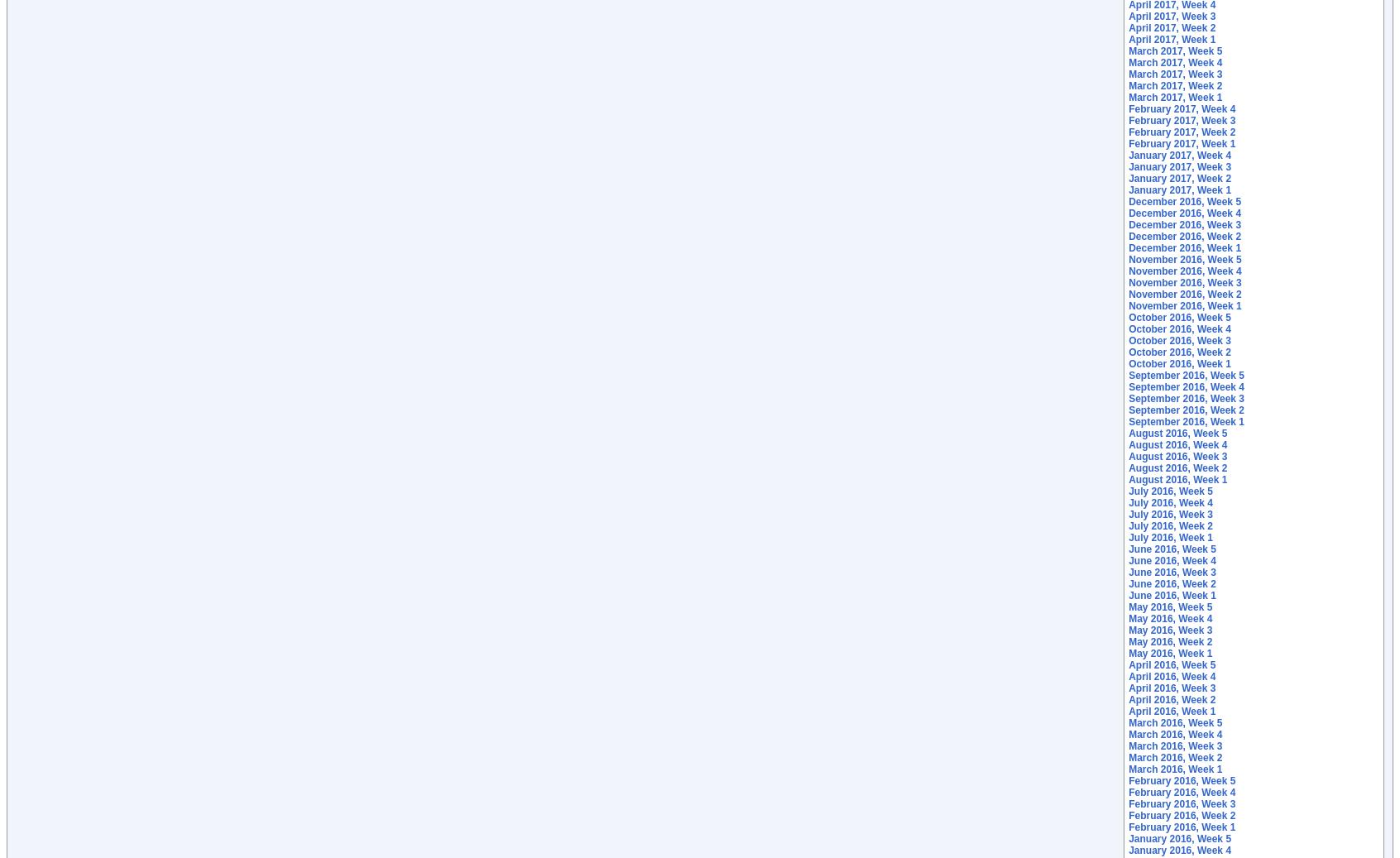 This screenshot has width=1400, height=858. I want to click on 'August 2016, Week 2', so click(1128, 467).